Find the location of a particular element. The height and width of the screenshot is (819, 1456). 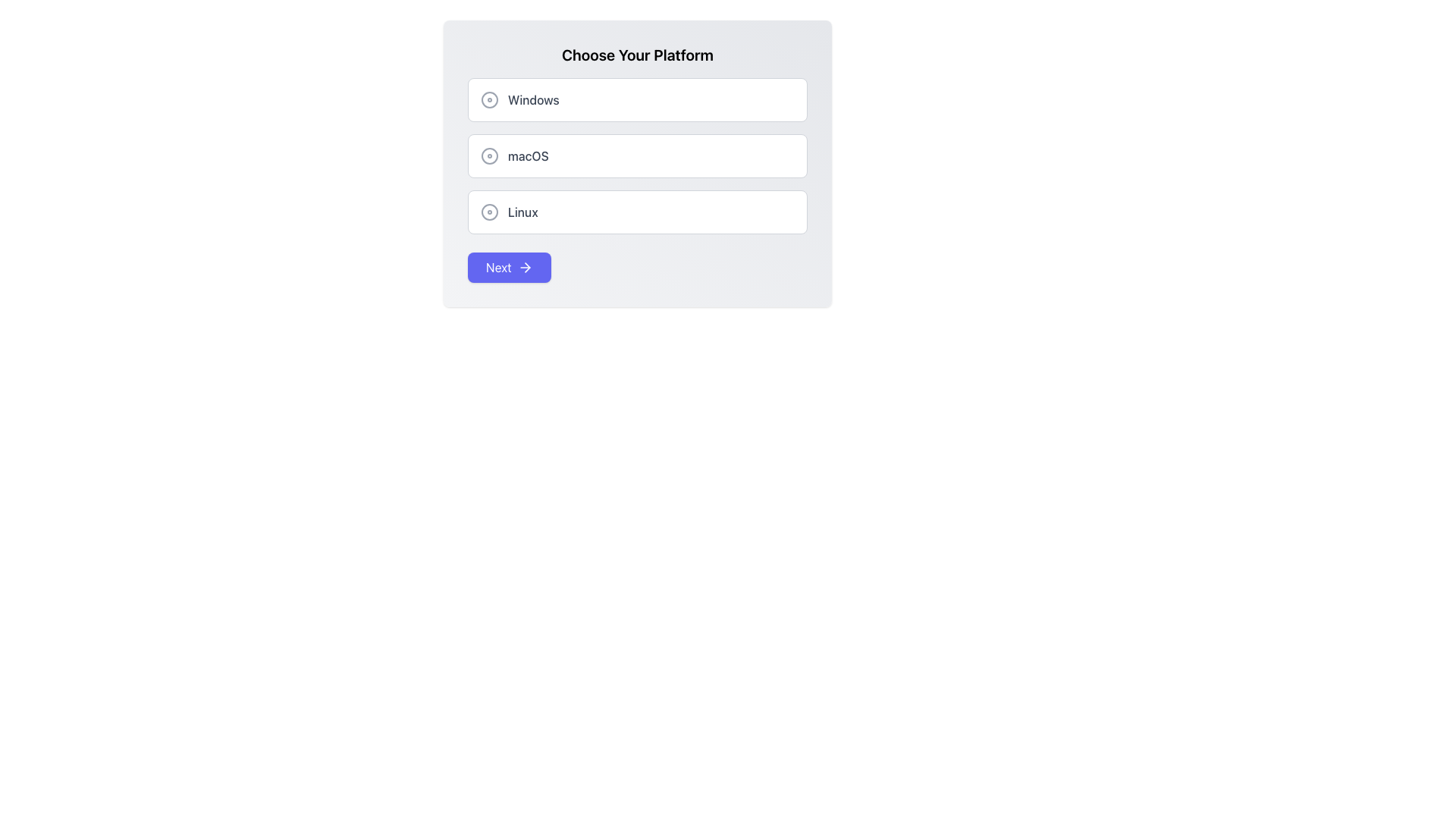

the SVG Icon (Arrow) located to the right side of the 'Next' button, which serves as an indicator for proceeding to the next step is located at coordinates (527, 267).